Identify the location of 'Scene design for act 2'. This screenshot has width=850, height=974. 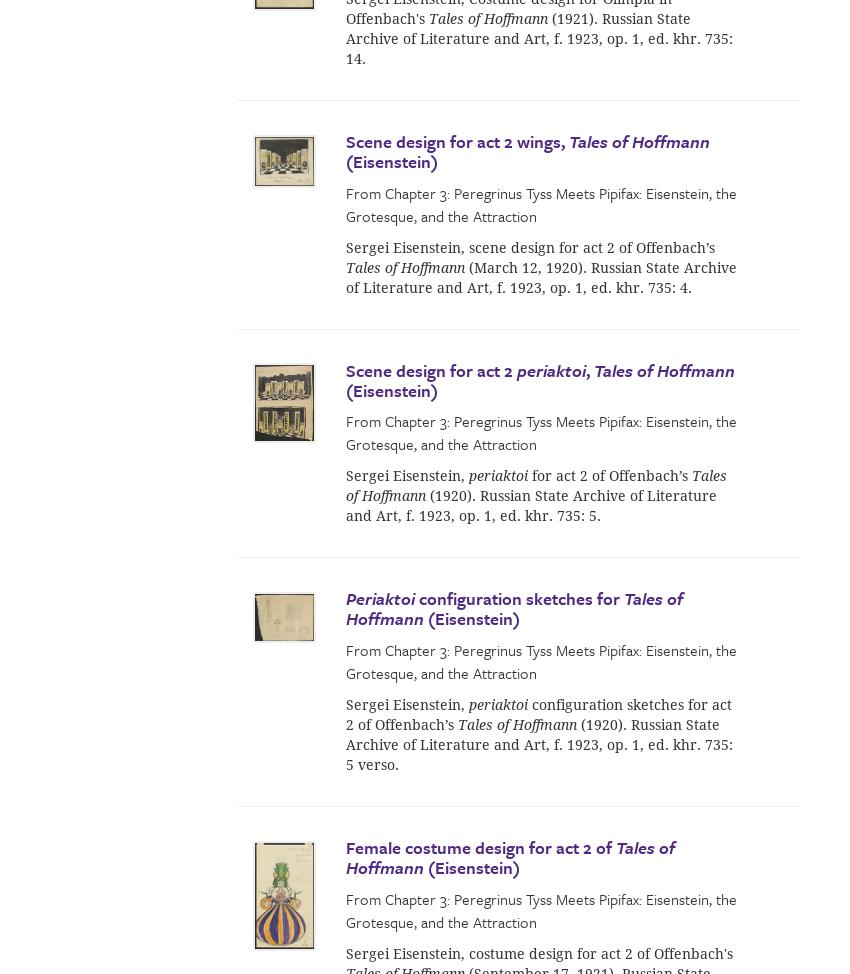
(430, 369).